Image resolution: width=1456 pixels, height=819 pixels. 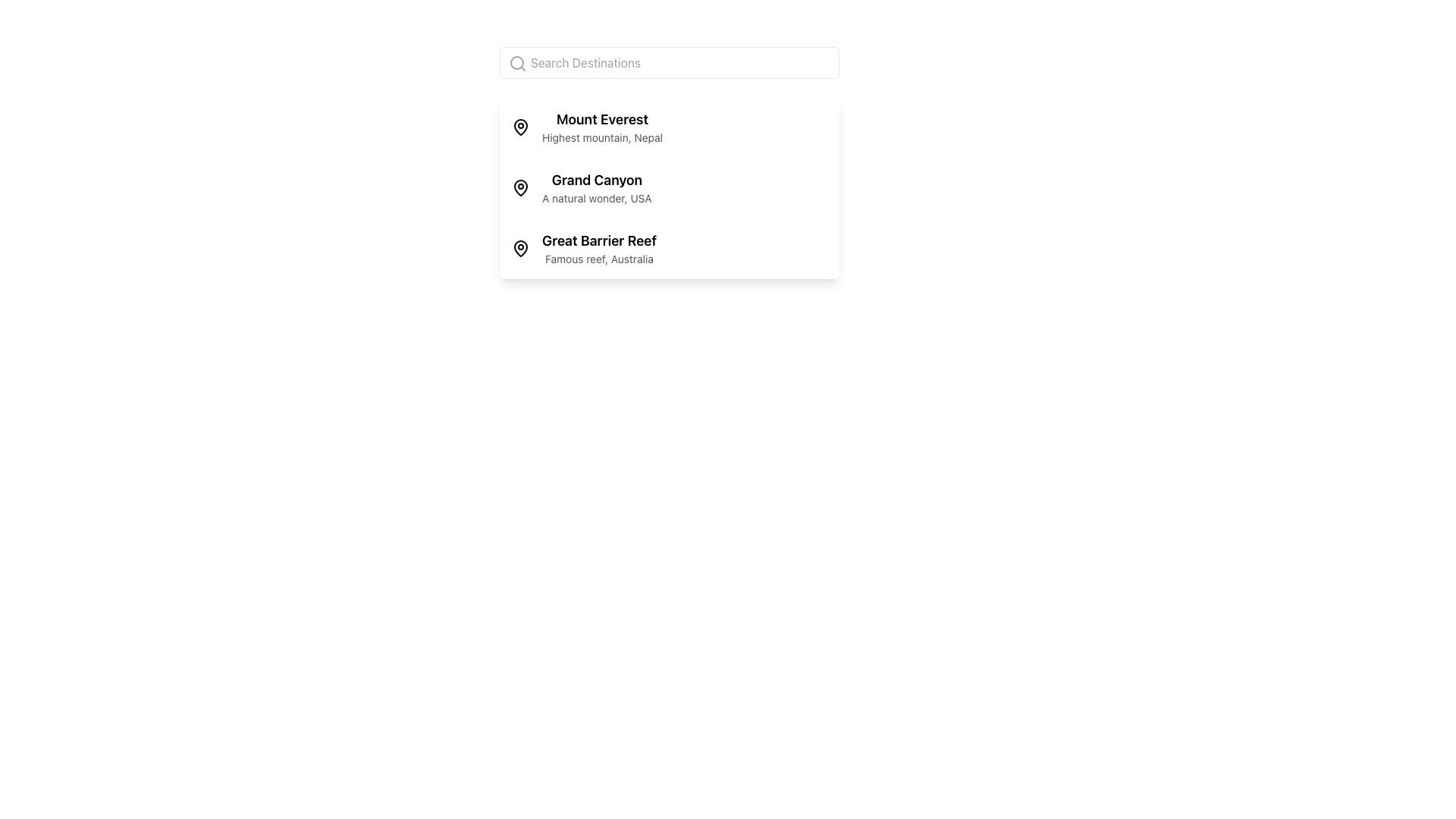 What do you see at coordinates (601, 127) in the screenshot?
I see `the text display item that reads 'Mount Everest'` at bounding box center [601, 127].